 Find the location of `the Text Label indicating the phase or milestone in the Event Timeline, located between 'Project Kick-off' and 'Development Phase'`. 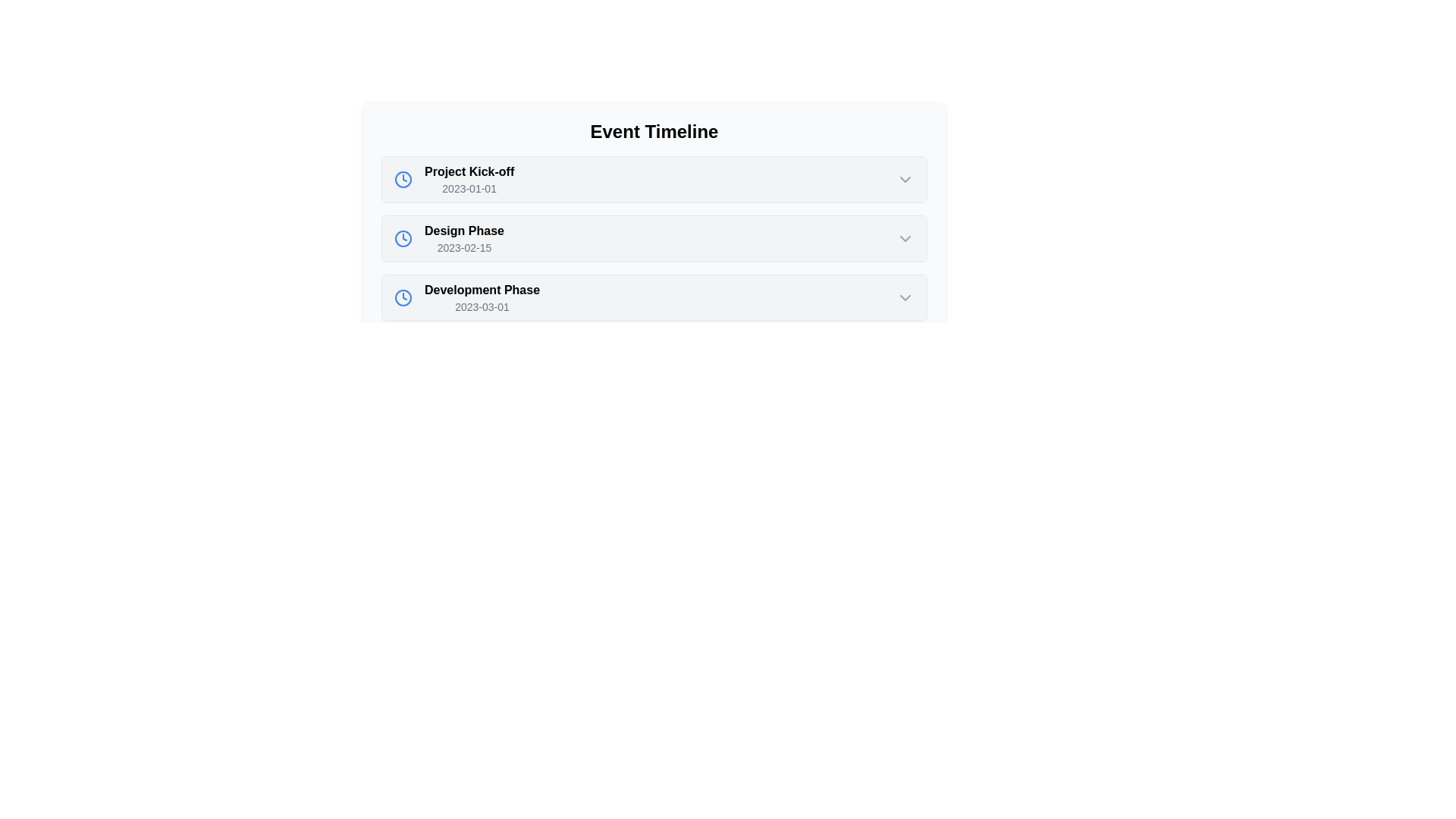

the Text Label indicating the phase or milestone in the Event Timeline, located between 'Project Kick-off' and 'Development Phase' is located at coordinates (463, 231).